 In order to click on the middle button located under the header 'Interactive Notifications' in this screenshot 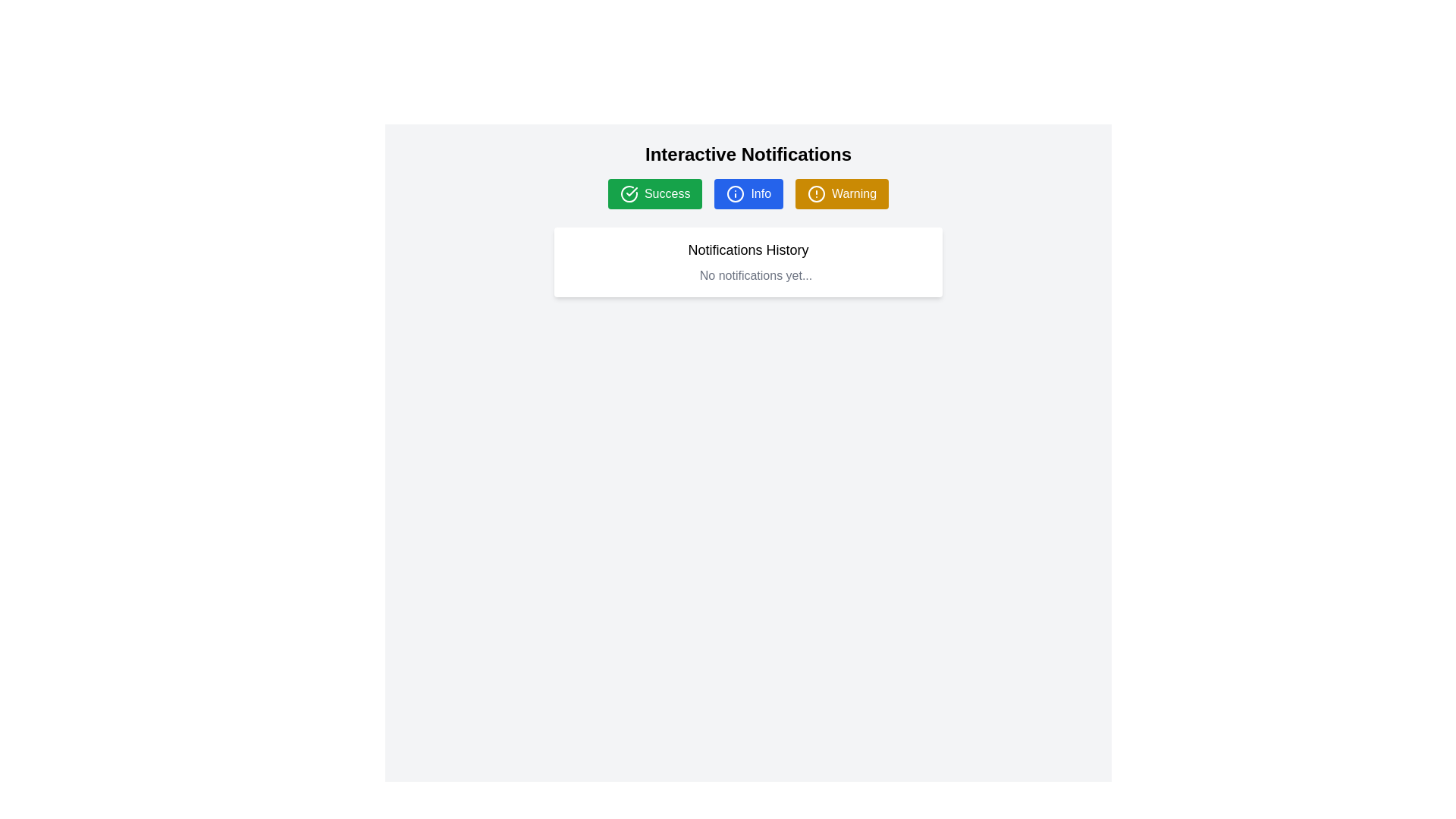, I will do `click(748, 193)`.